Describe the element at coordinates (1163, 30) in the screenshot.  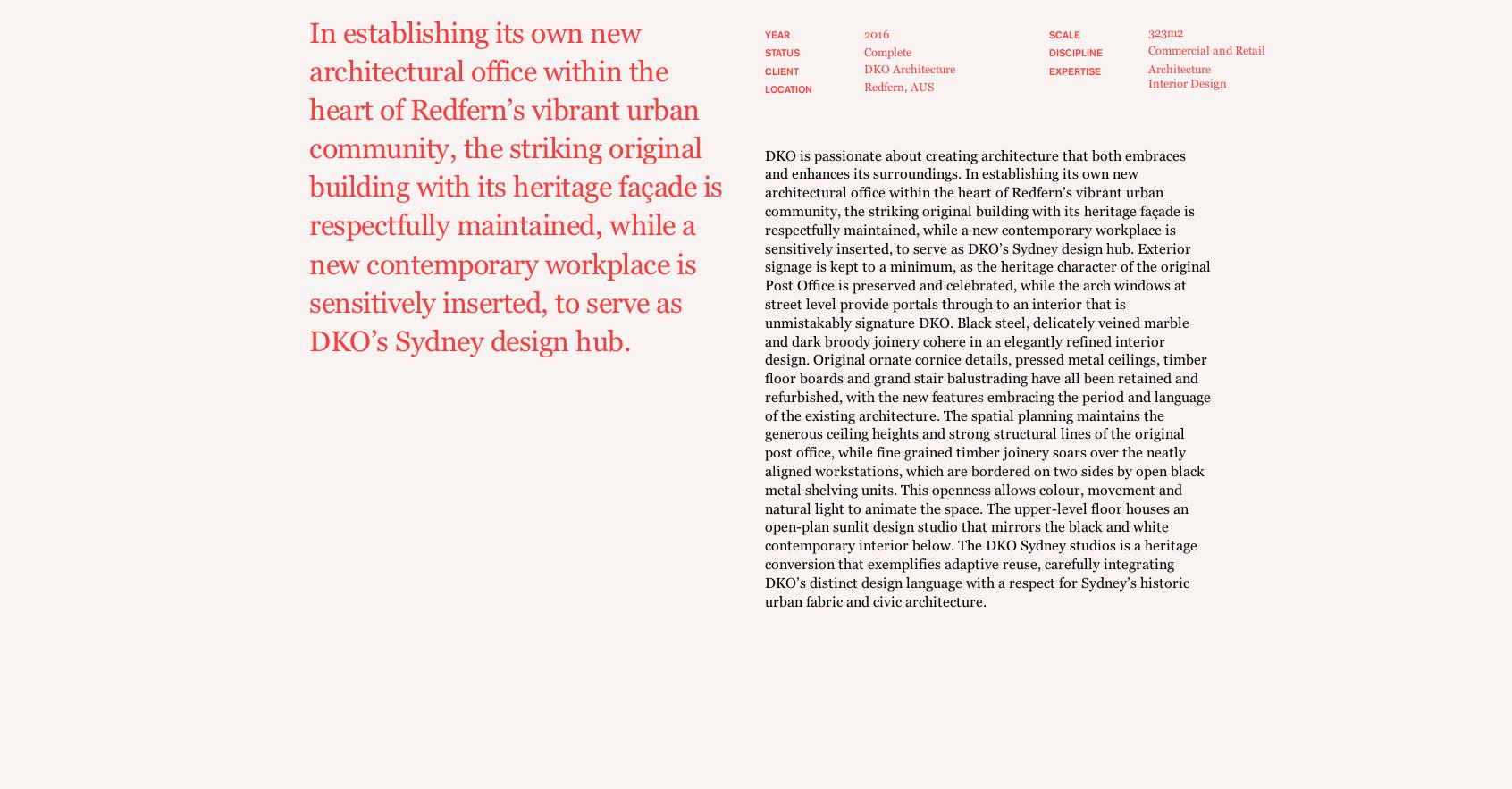
I see `'323m2'` at that location.